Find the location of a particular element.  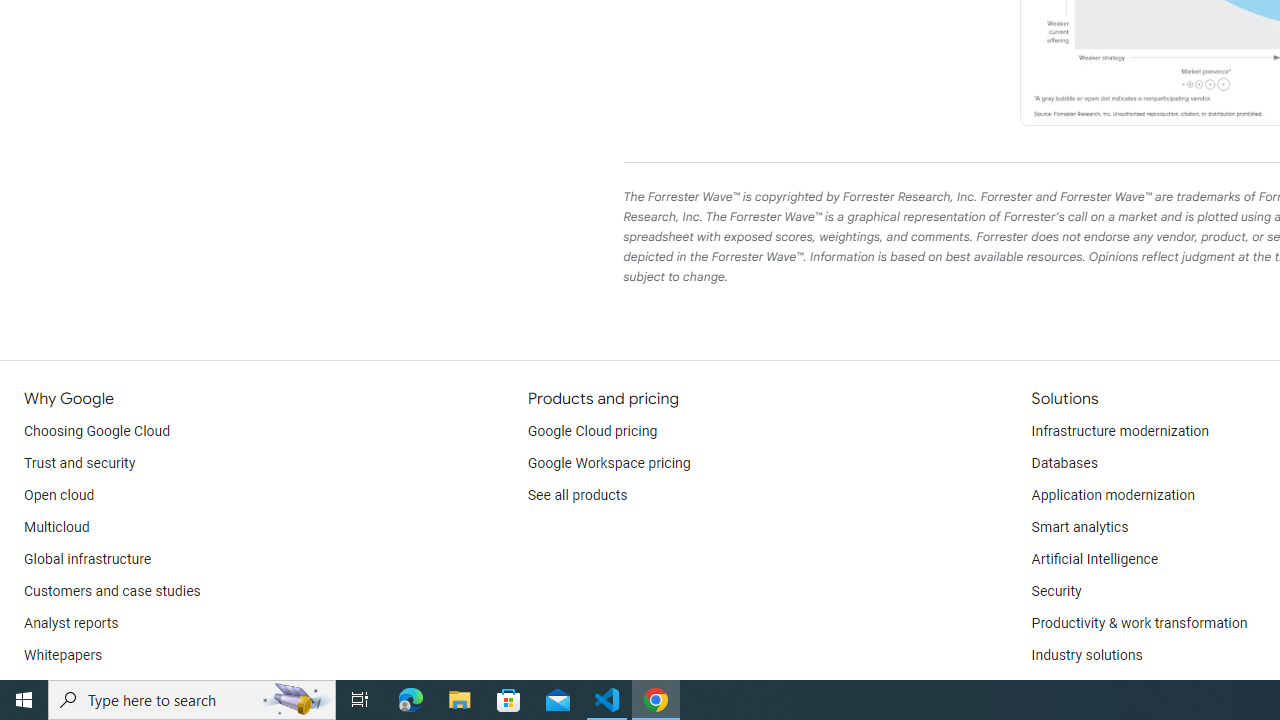

'Security' is located at coordinates (1055, 590).